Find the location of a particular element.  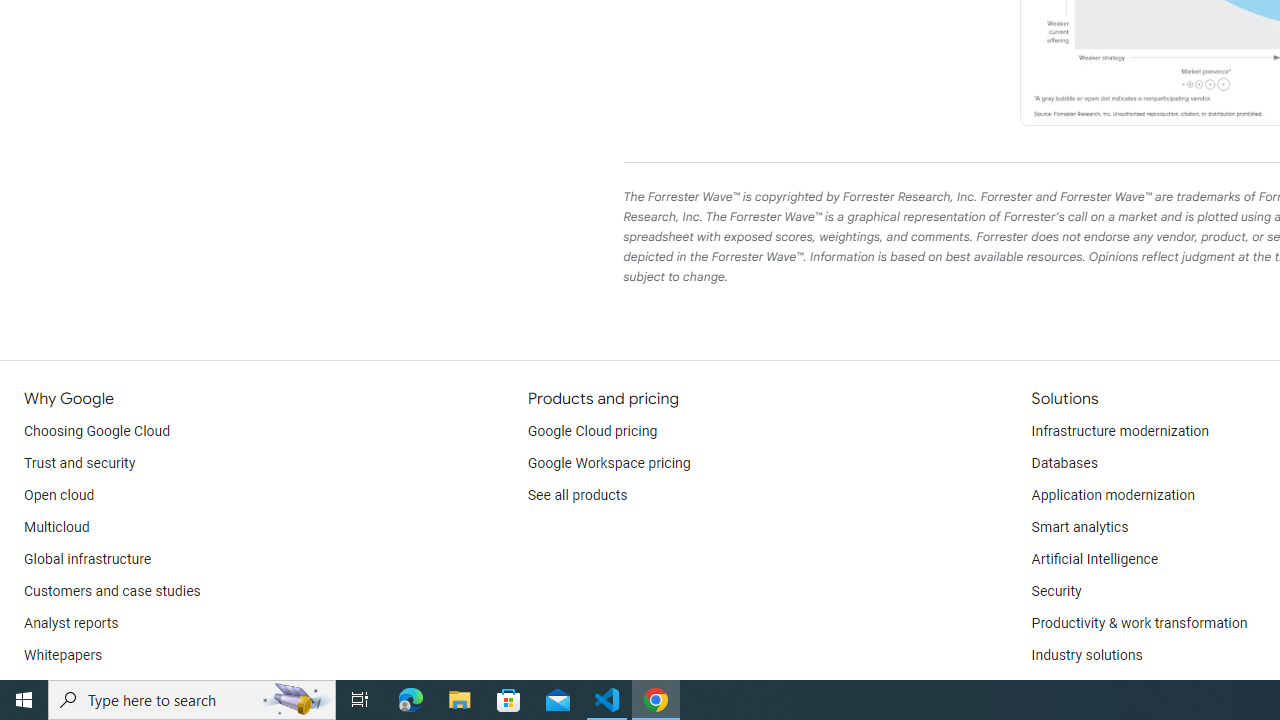

'Security' is located at coordinates (1055, 590).